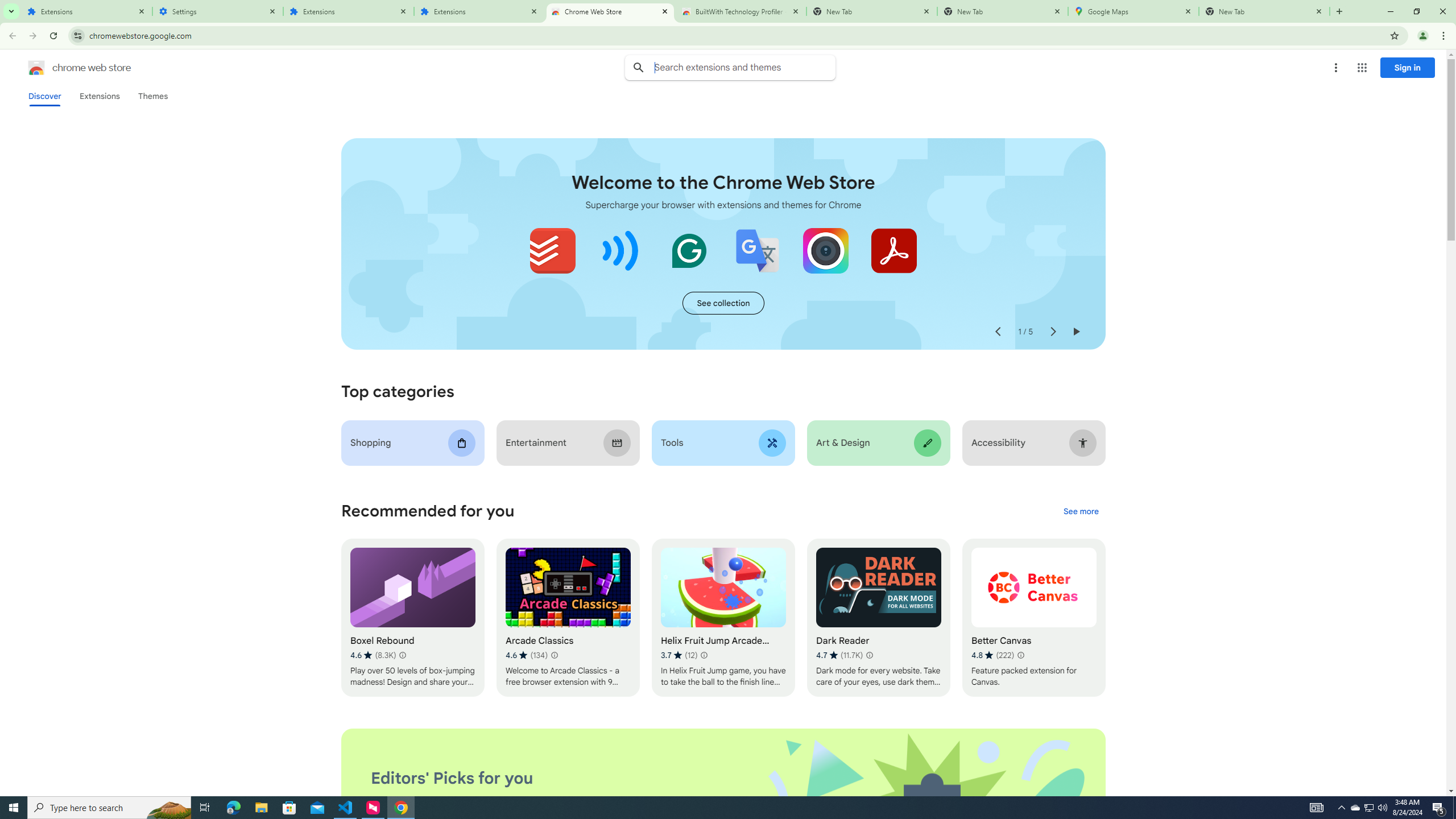 The width and height of the screenshot is (1456, 819). I want to click on 'Settings', so click(217, 11).